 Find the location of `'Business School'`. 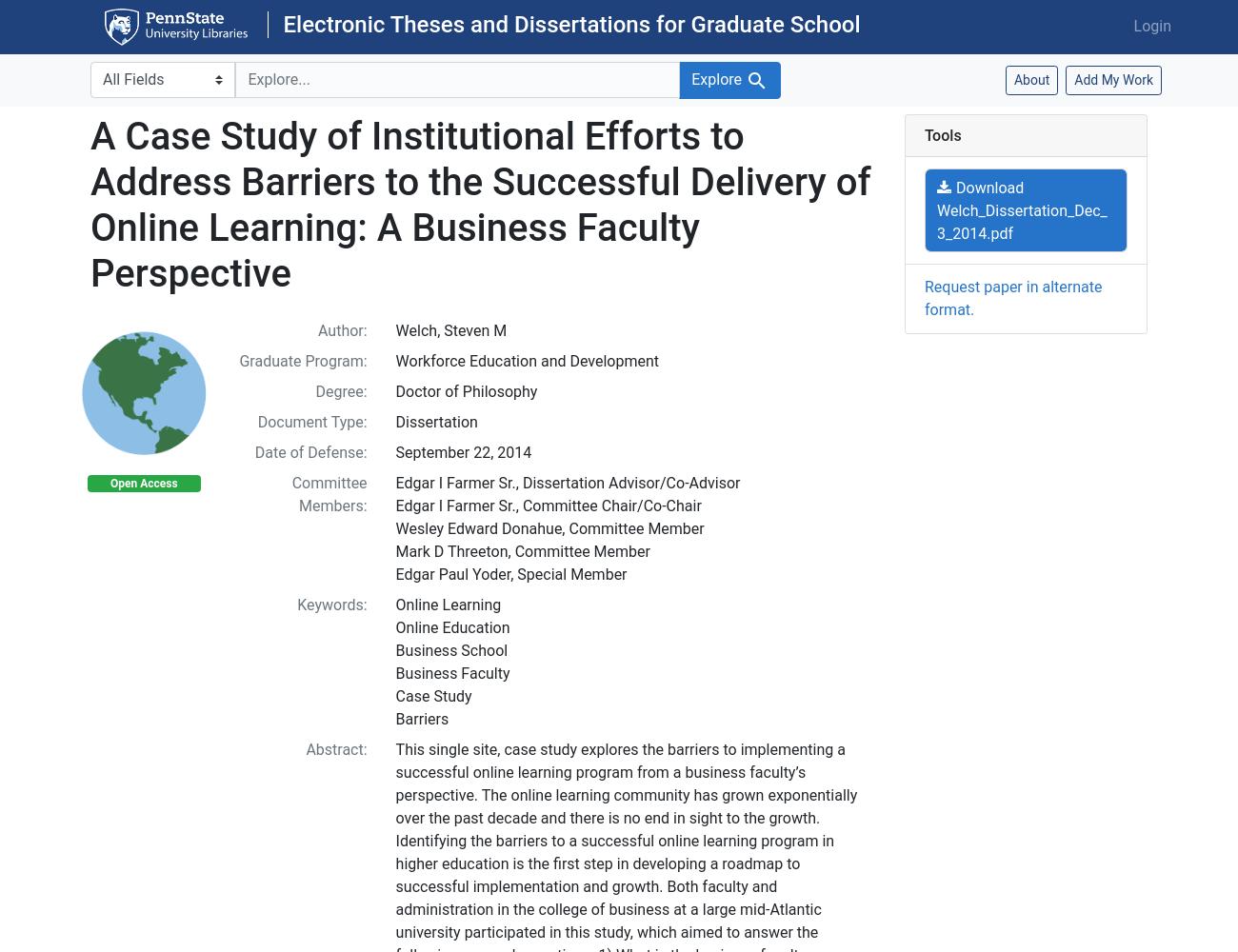

'Business School' is located at coordinates (449, 649).